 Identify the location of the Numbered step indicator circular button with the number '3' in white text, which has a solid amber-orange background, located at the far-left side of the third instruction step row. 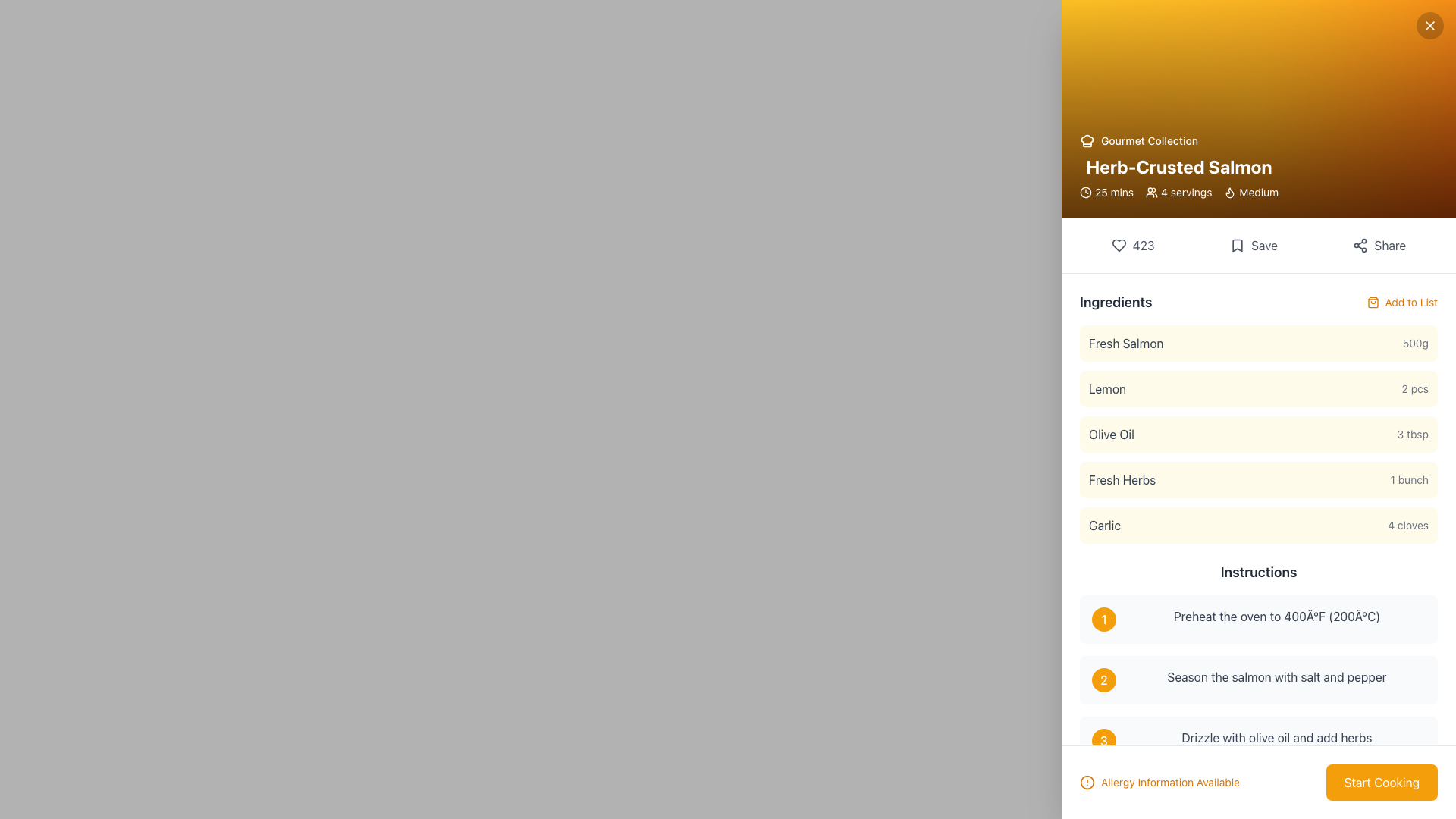
(1103, 739).